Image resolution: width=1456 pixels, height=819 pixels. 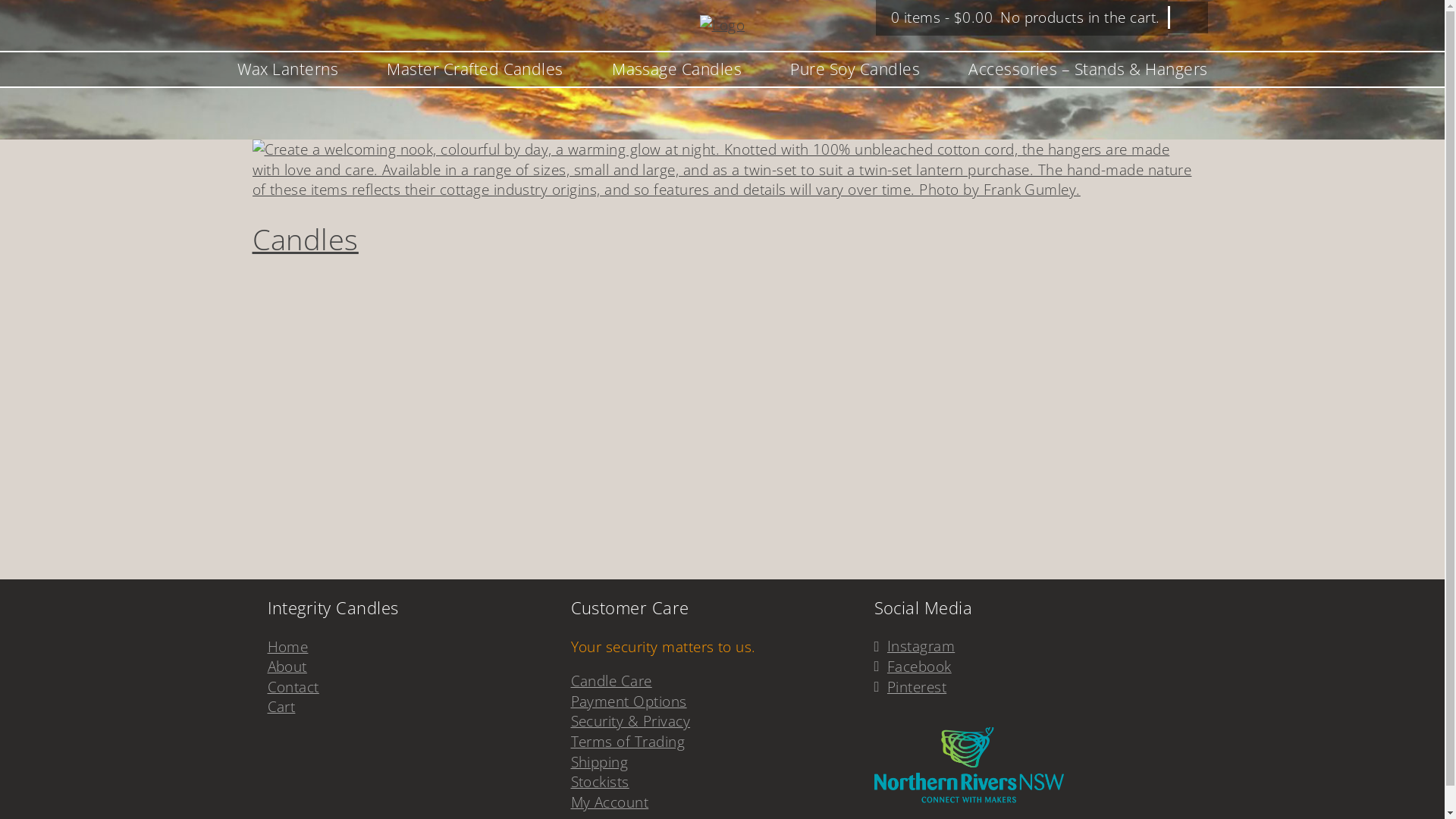 What do you see at coordinates (281, 707) in the screenshot?
I see `'Cart'` at bounding box center [281, 707].